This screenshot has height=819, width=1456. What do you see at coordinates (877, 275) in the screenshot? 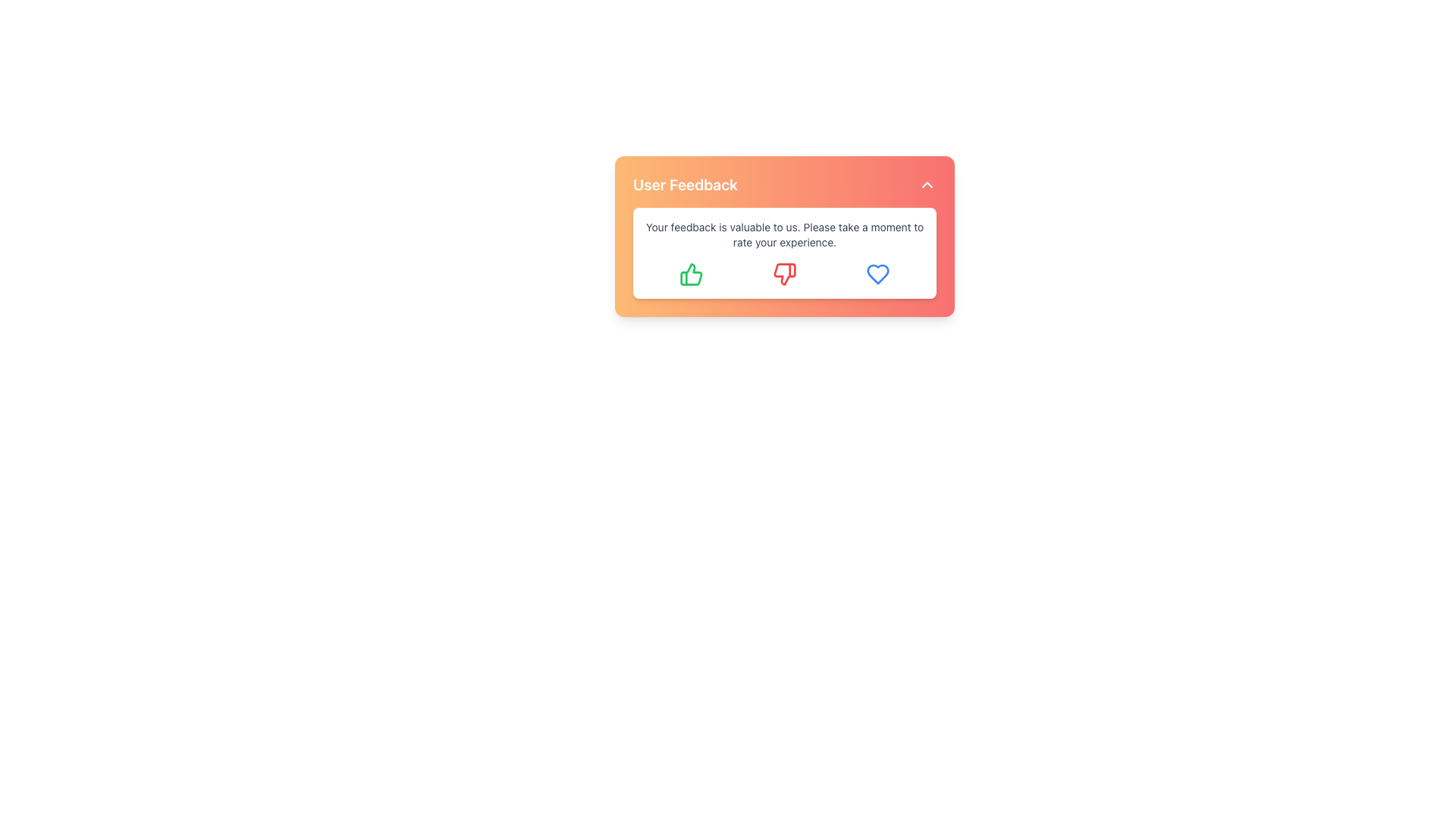
I see `the heart-shaped feedback icon located at the rightmost position among three feedback icons below the 'User Feedback' text` at bounding box center [877, 275].